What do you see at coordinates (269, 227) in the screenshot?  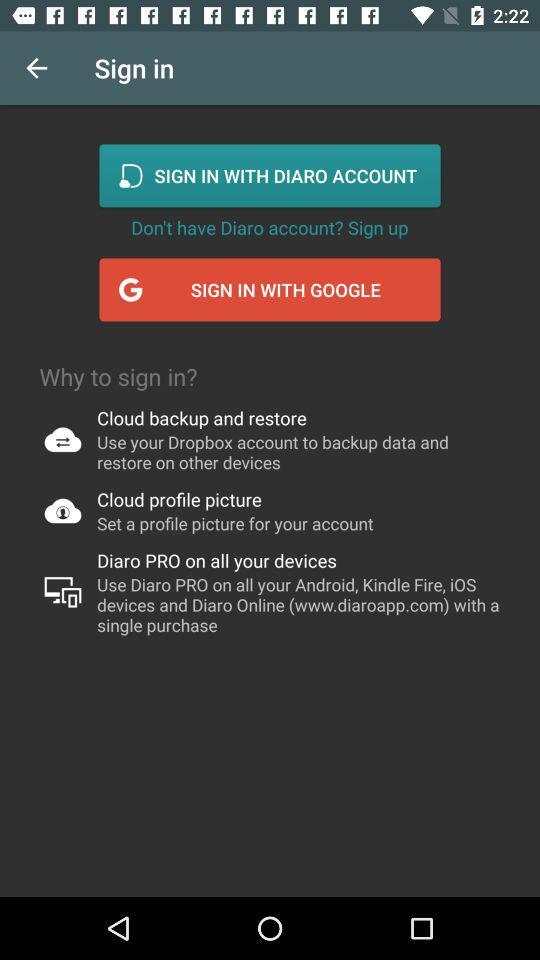 I see `the icon below the sign in with` at bounding box center [269, 227].